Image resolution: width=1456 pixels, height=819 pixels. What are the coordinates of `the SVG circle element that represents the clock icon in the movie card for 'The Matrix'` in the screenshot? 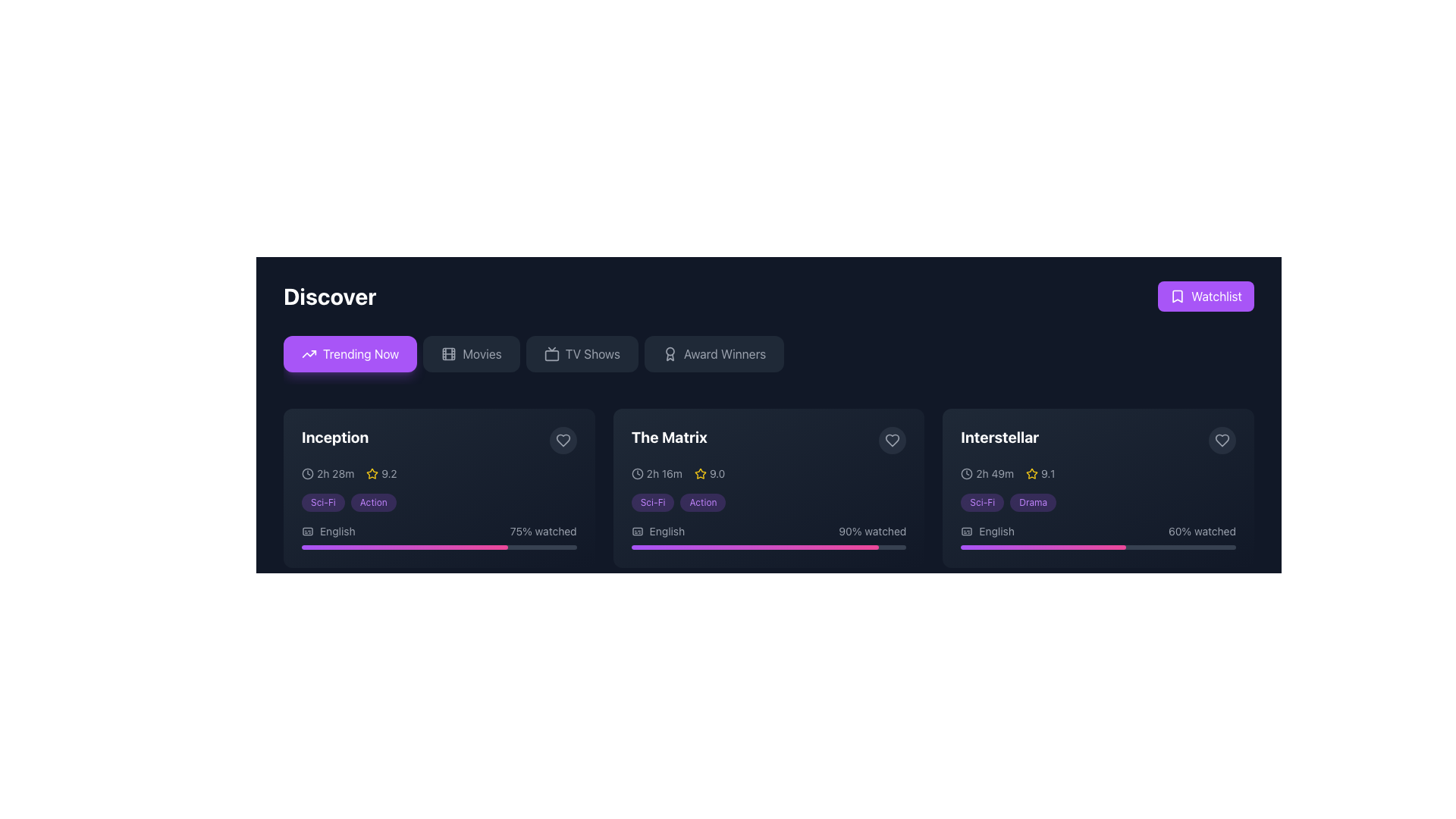 It's located at (637, 472).